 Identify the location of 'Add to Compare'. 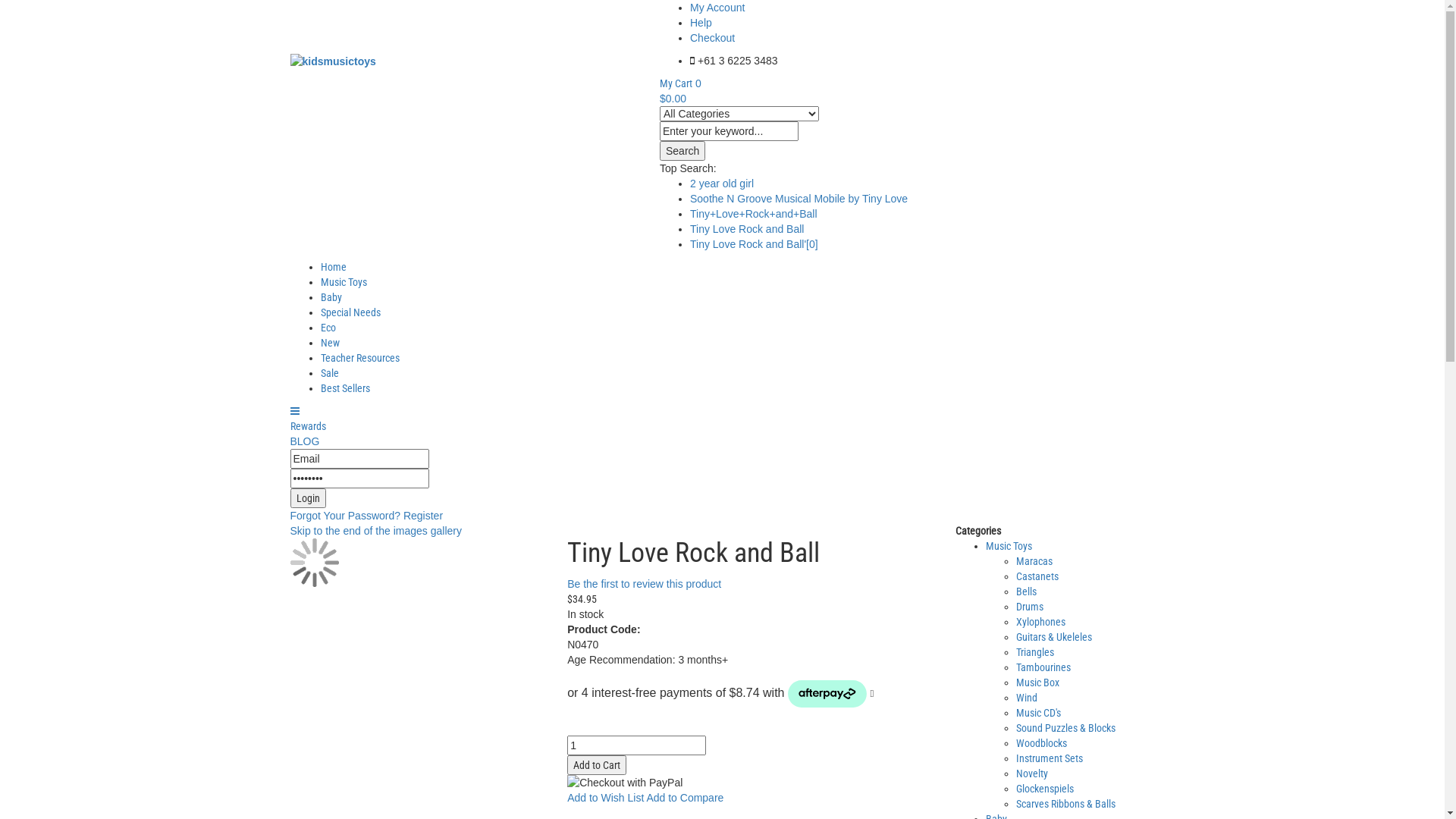
(683, 797).